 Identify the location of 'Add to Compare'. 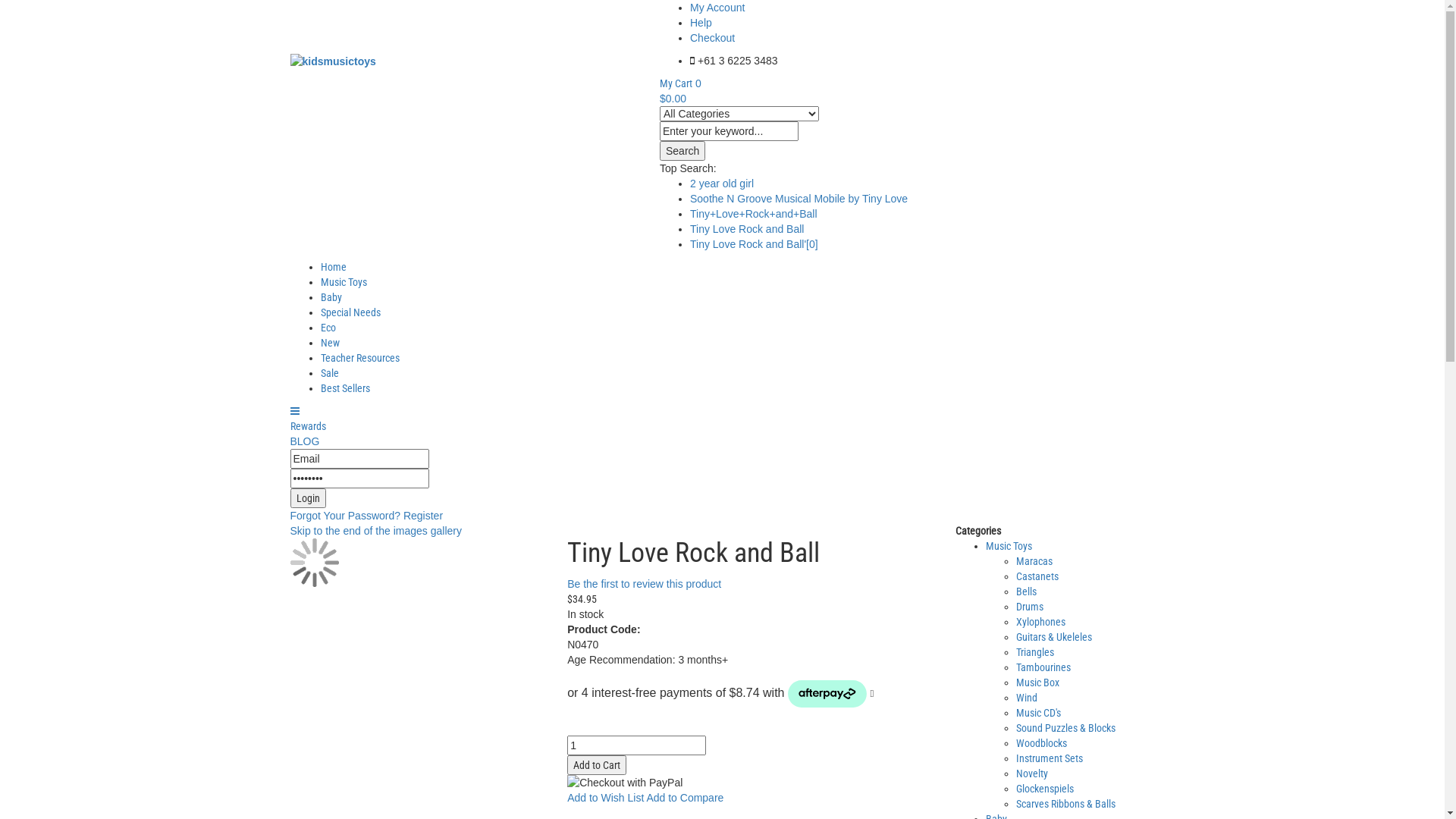
(683, 797).